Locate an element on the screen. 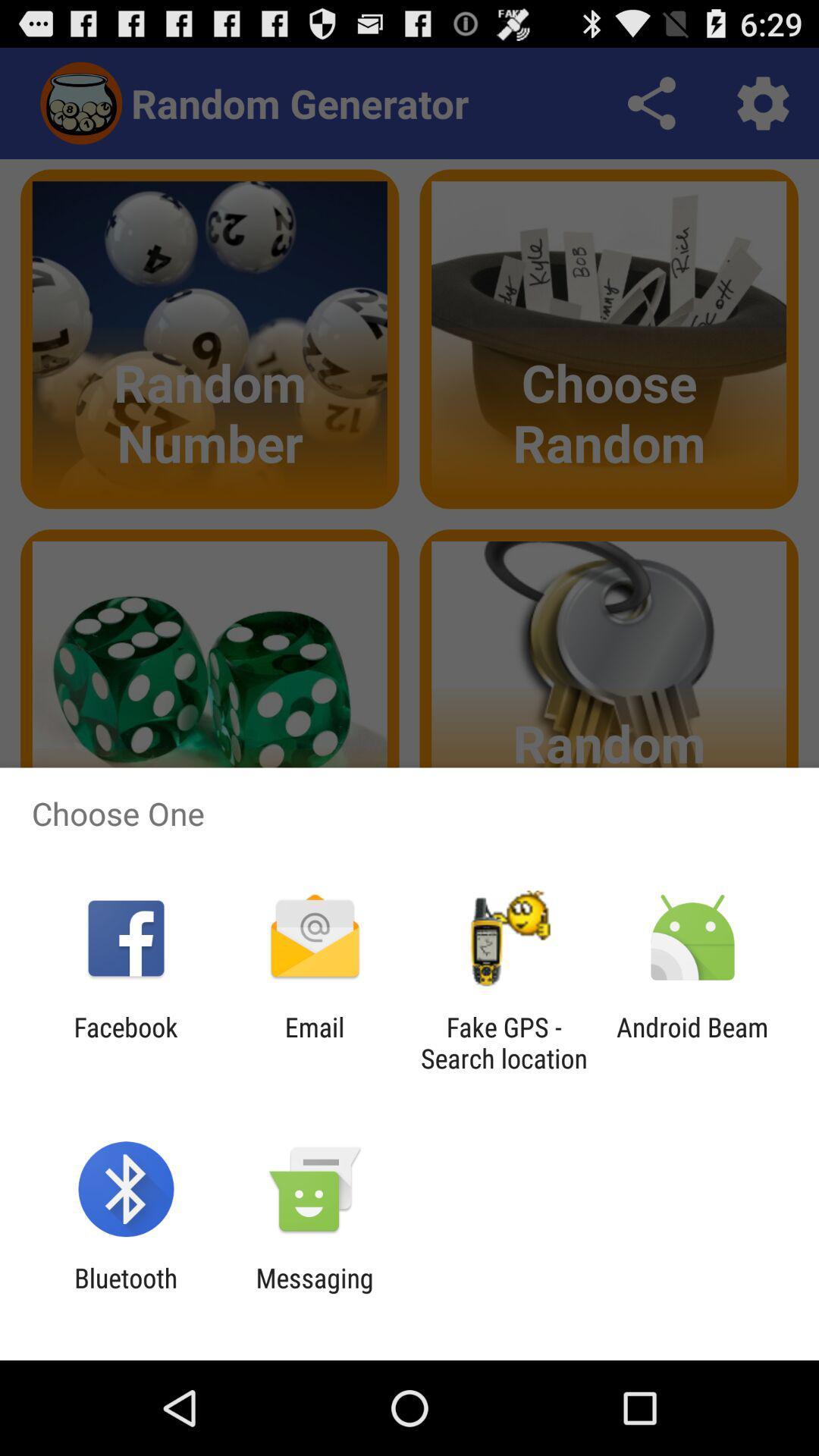  email is located at coordinates (314, 1042).